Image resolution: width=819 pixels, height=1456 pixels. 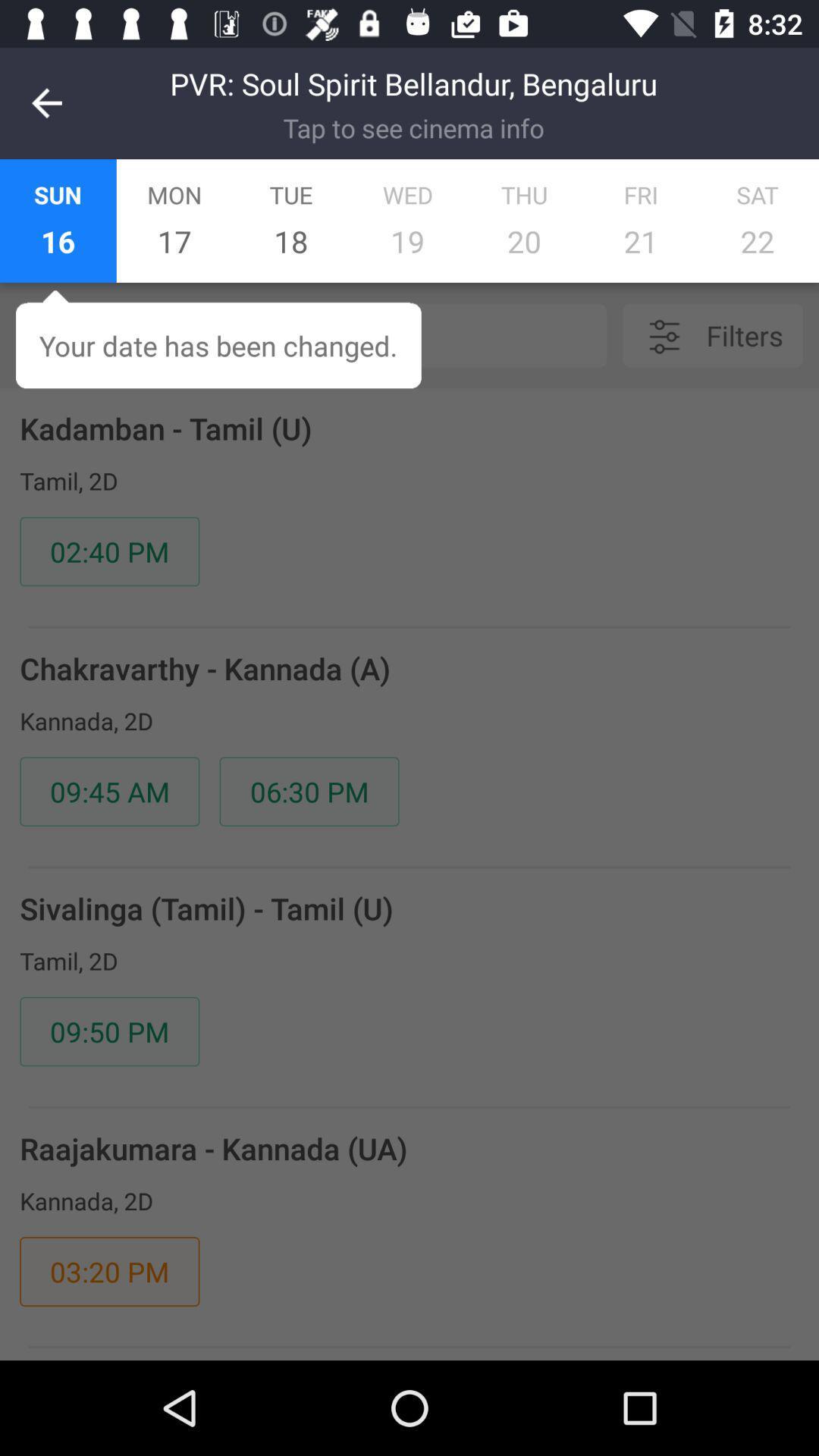 I want to click on icon above the kadamban - tamil (u) icon, so click(x=348, y=334).